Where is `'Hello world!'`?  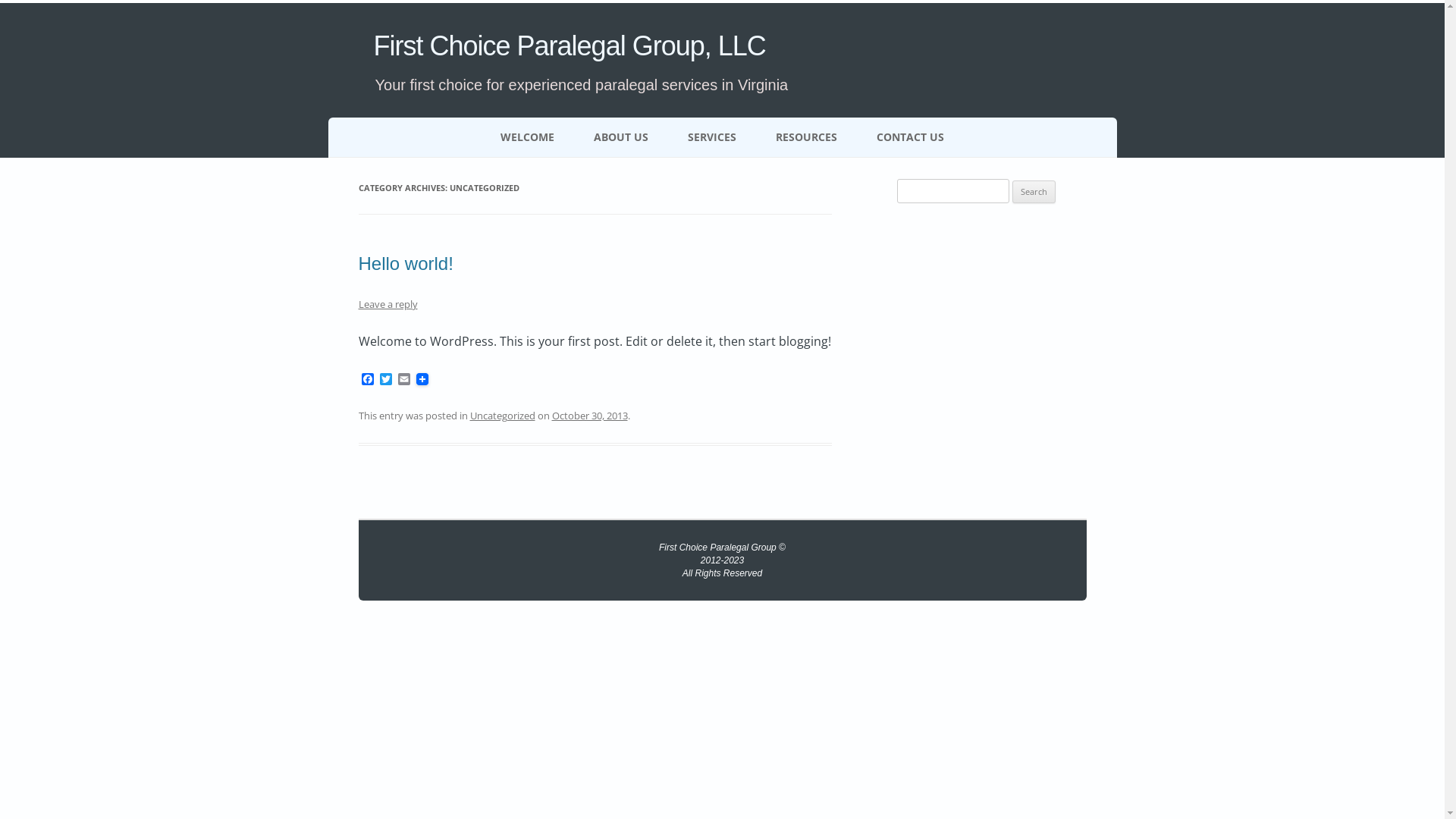 'Hello world!' is located at coordinates (356, 262).